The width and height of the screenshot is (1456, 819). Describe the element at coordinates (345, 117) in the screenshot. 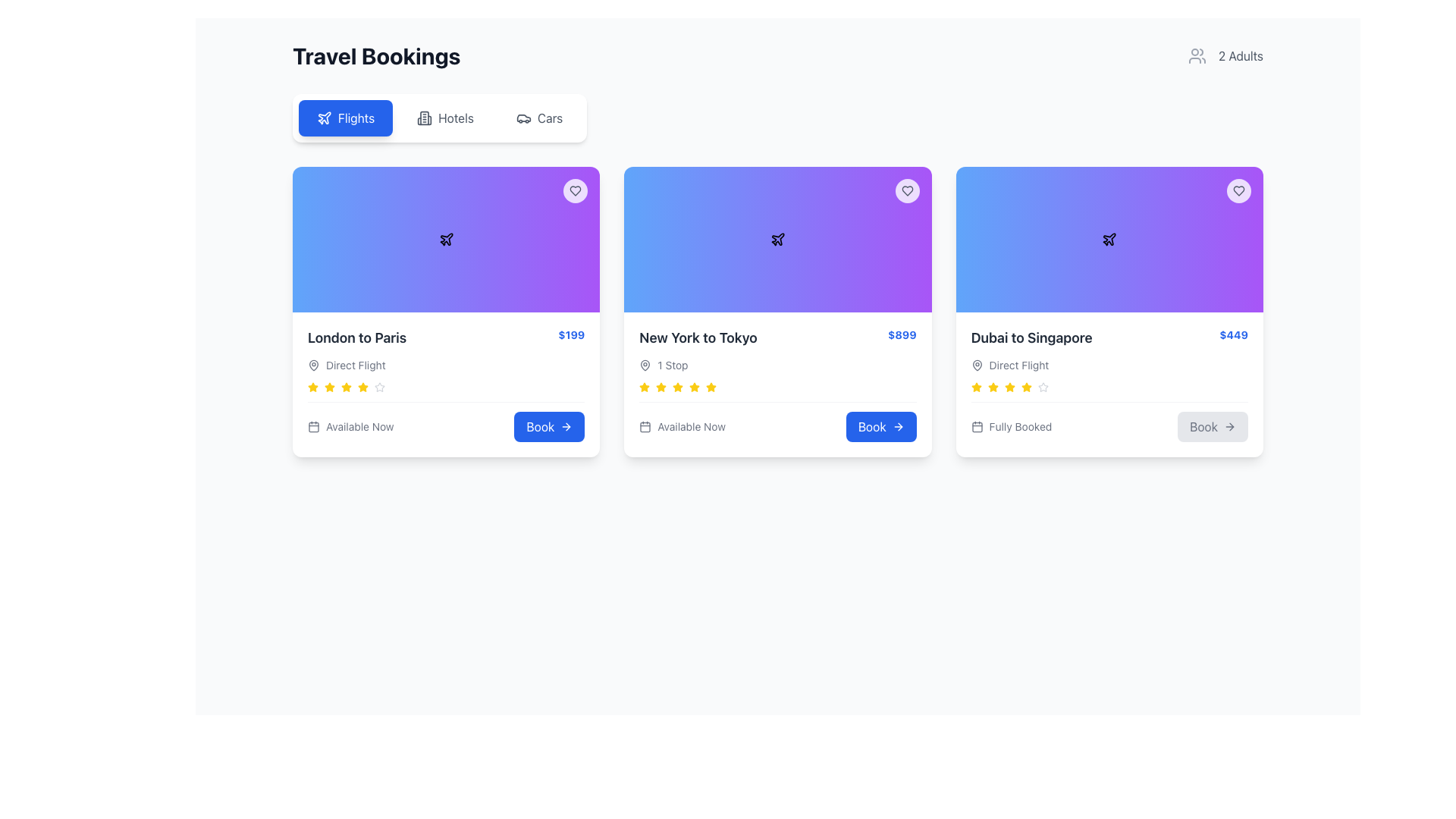

I see `the 'Flights' button located in the top-left horizontal row of options` at that location.